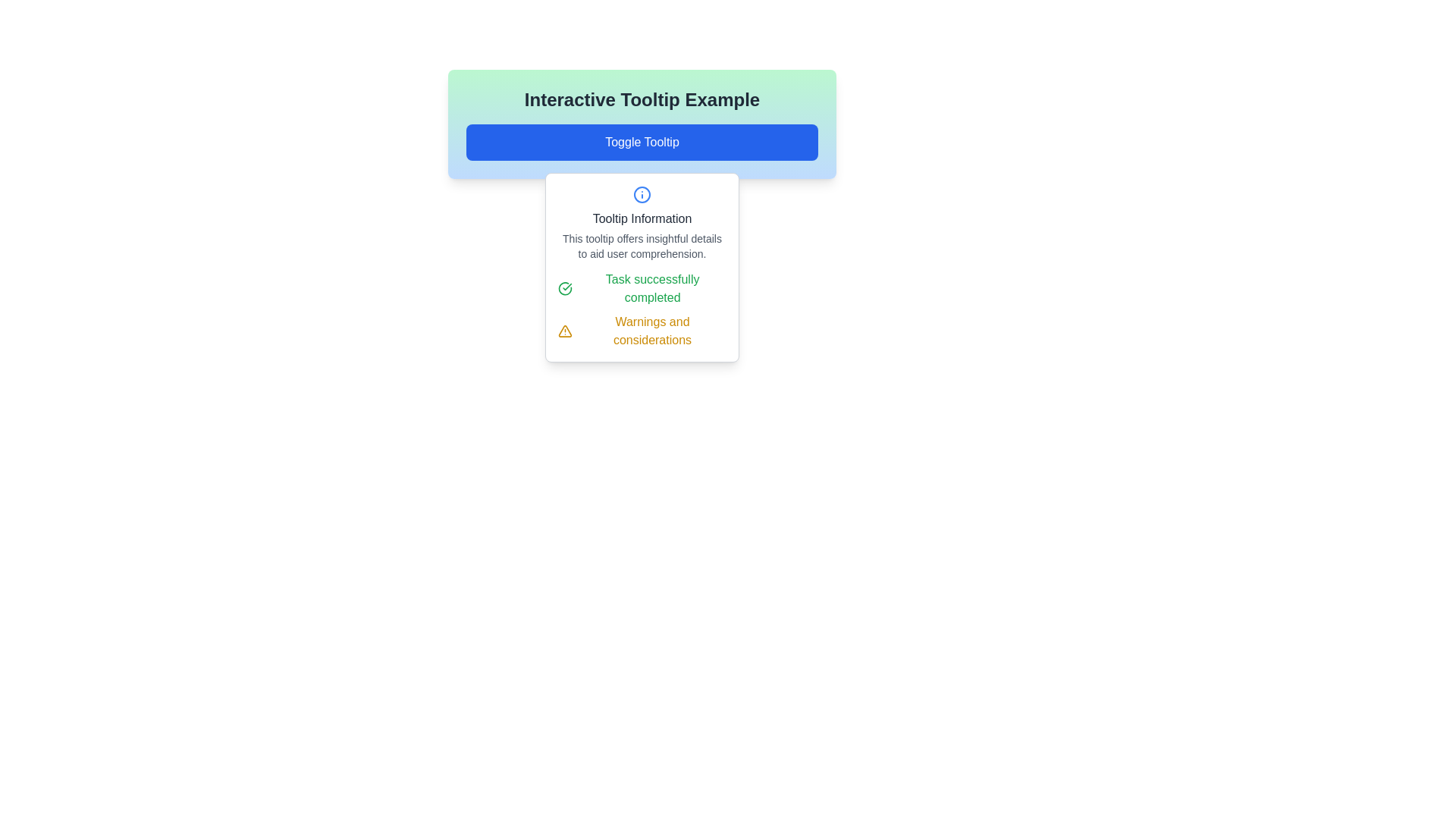  I want to click on the Icon (Circle with Checkmark) located on the left side of the 'Task successfully completed' group in the 'Tooltip Information' section to indicate a successful task completion, so click(564, 289).